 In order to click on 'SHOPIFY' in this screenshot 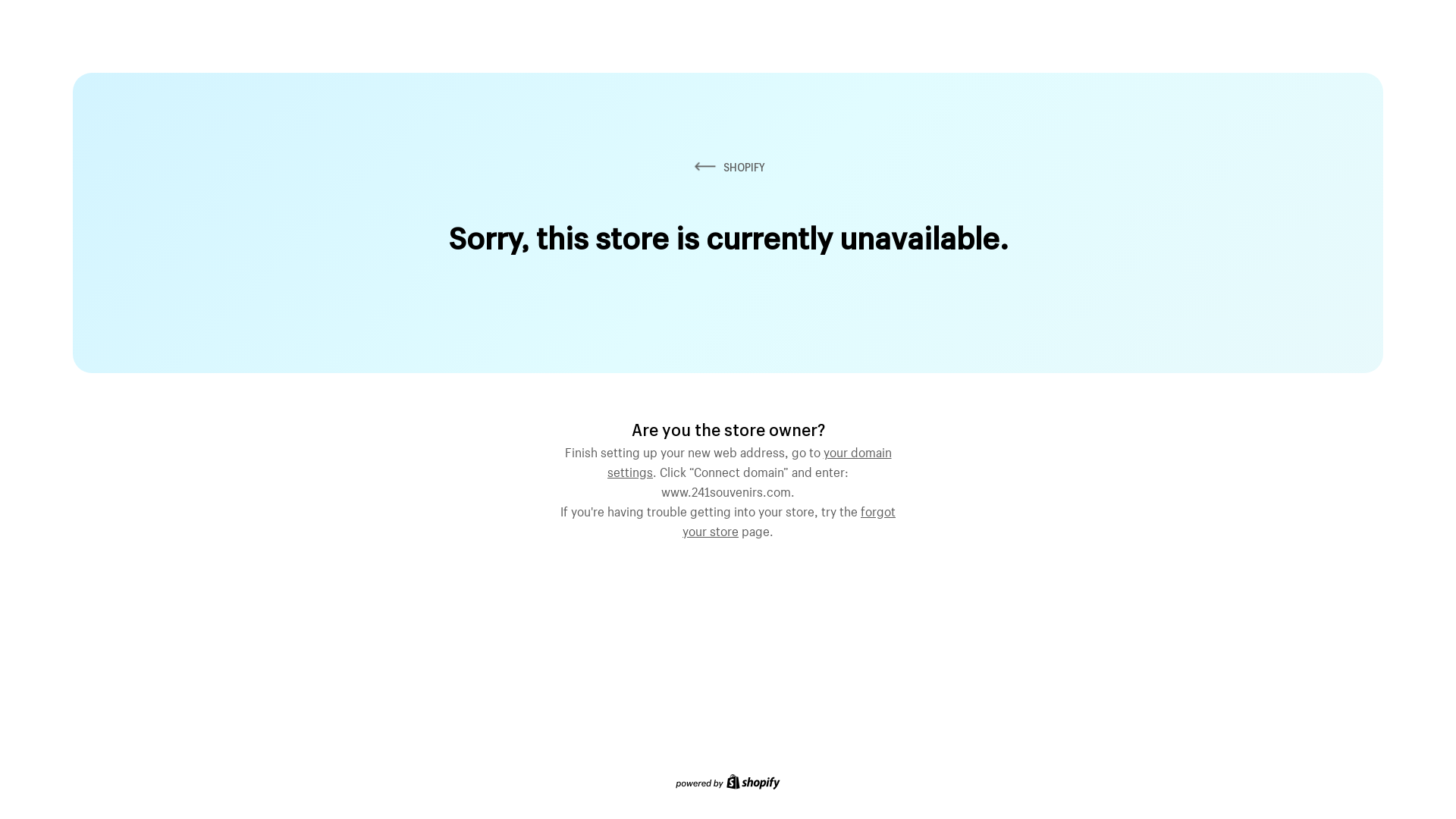, I will do `click(728, 167)`.